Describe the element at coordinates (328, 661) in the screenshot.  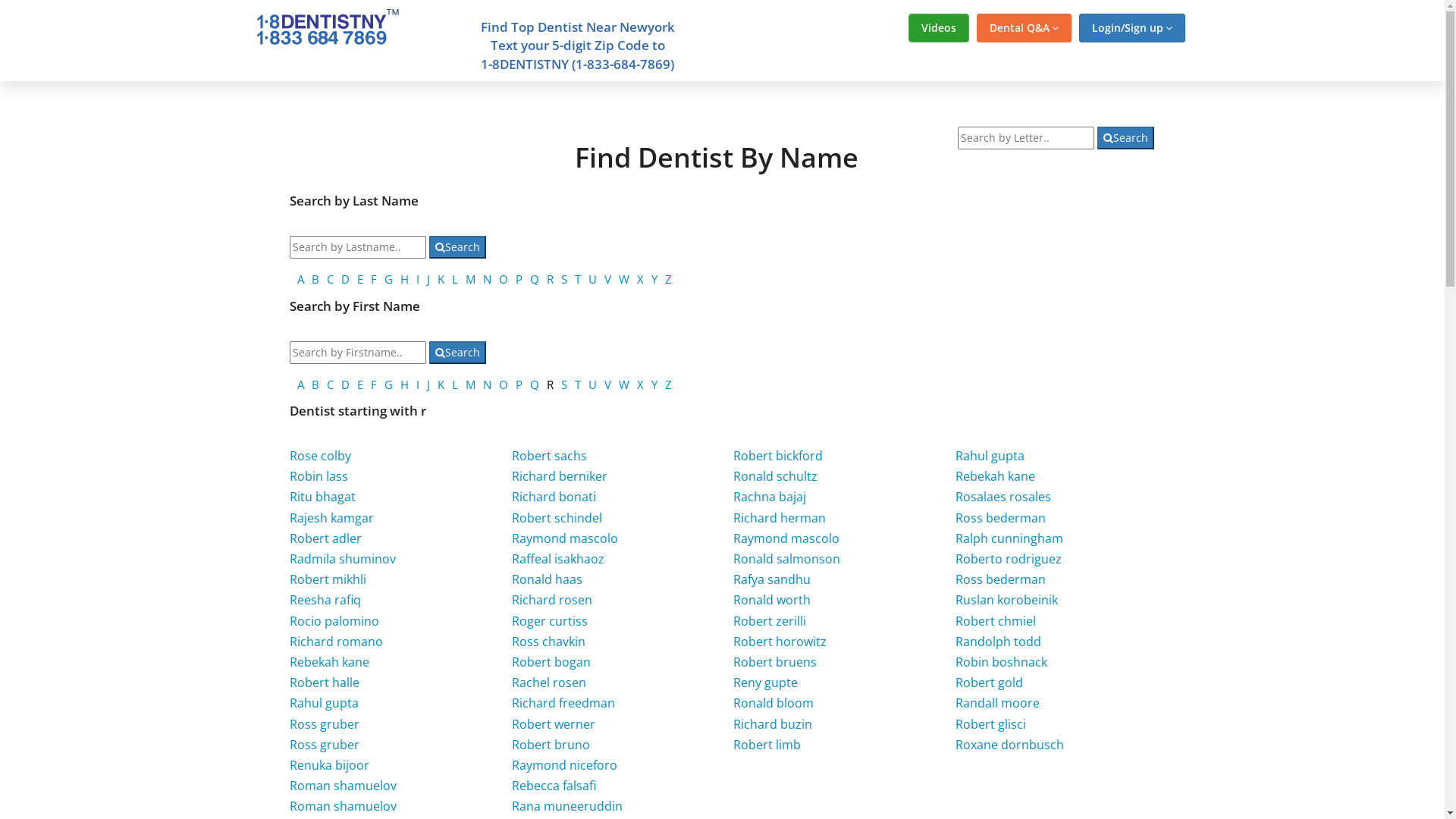
I see `'Rebekah kane'` at that location.